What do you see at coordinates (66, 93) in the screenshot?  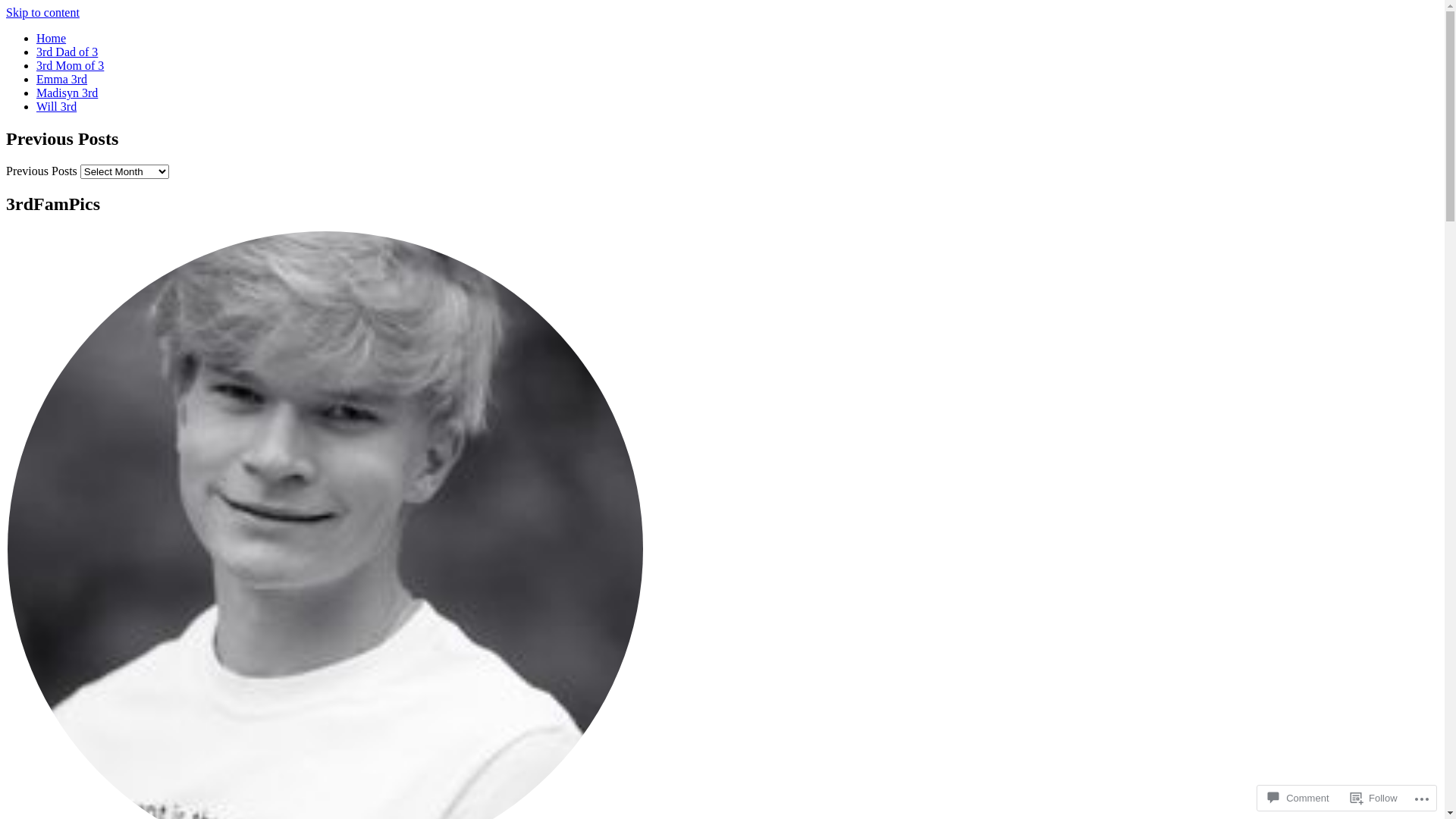 I see `'Madisyn 3rd'` at bounding box center [66, 93].